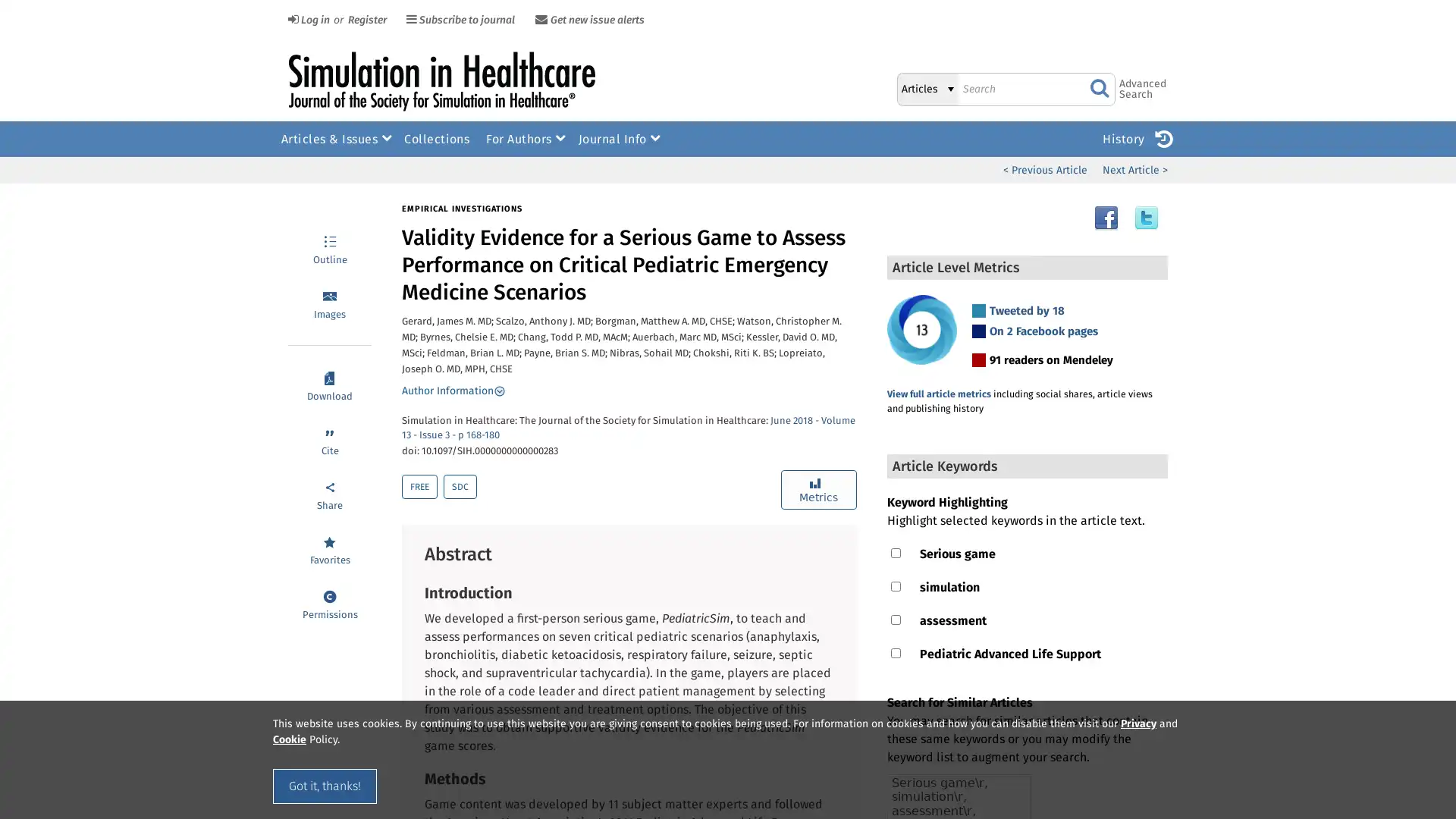  Describe the element at coordinates (329, 439) in the screenshot. I see `Cite` at that location.